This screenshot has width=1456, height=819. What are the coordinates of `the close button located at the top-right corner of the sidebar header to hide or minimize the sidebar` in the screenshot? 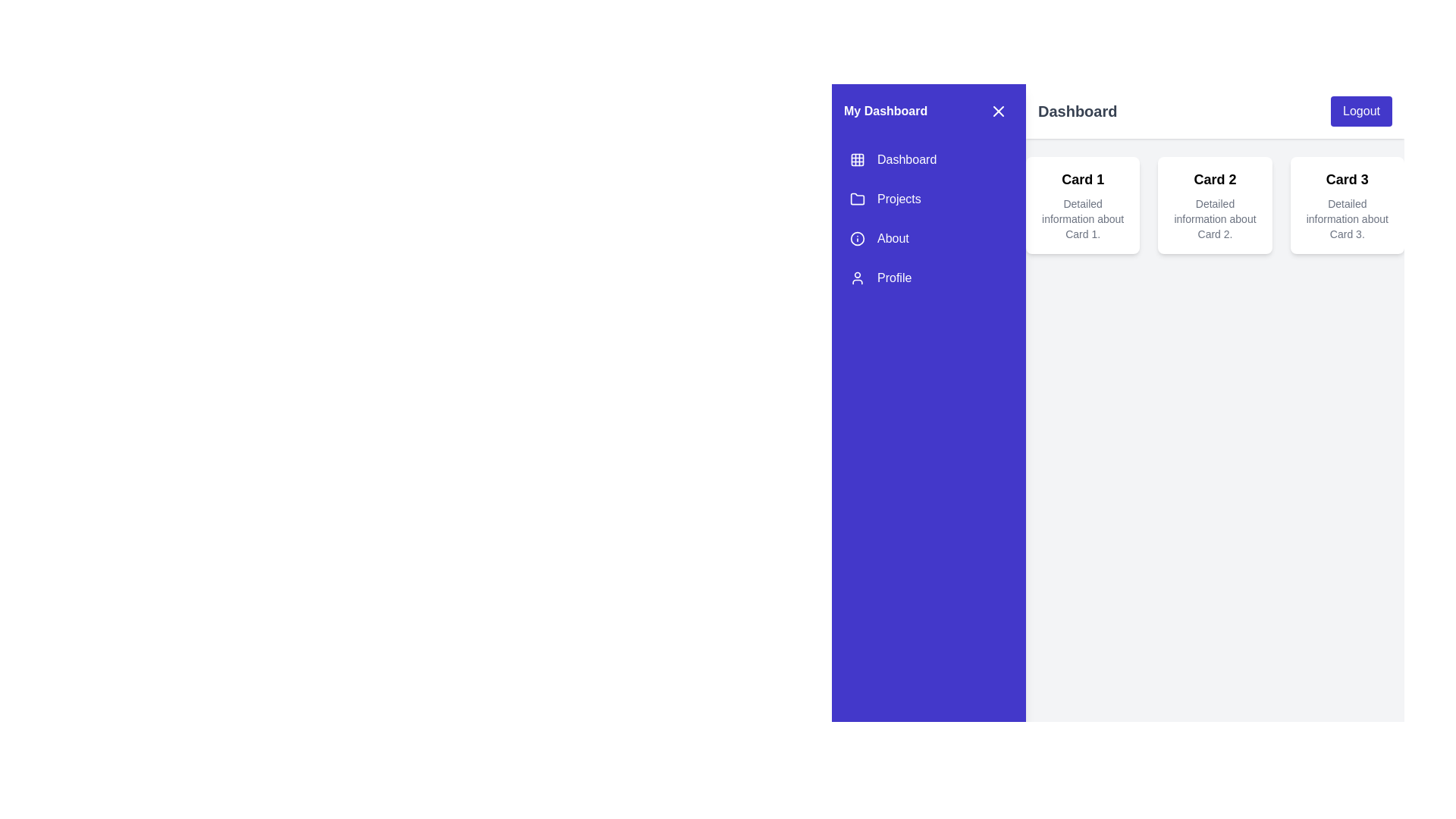 It's located at (998, 110).